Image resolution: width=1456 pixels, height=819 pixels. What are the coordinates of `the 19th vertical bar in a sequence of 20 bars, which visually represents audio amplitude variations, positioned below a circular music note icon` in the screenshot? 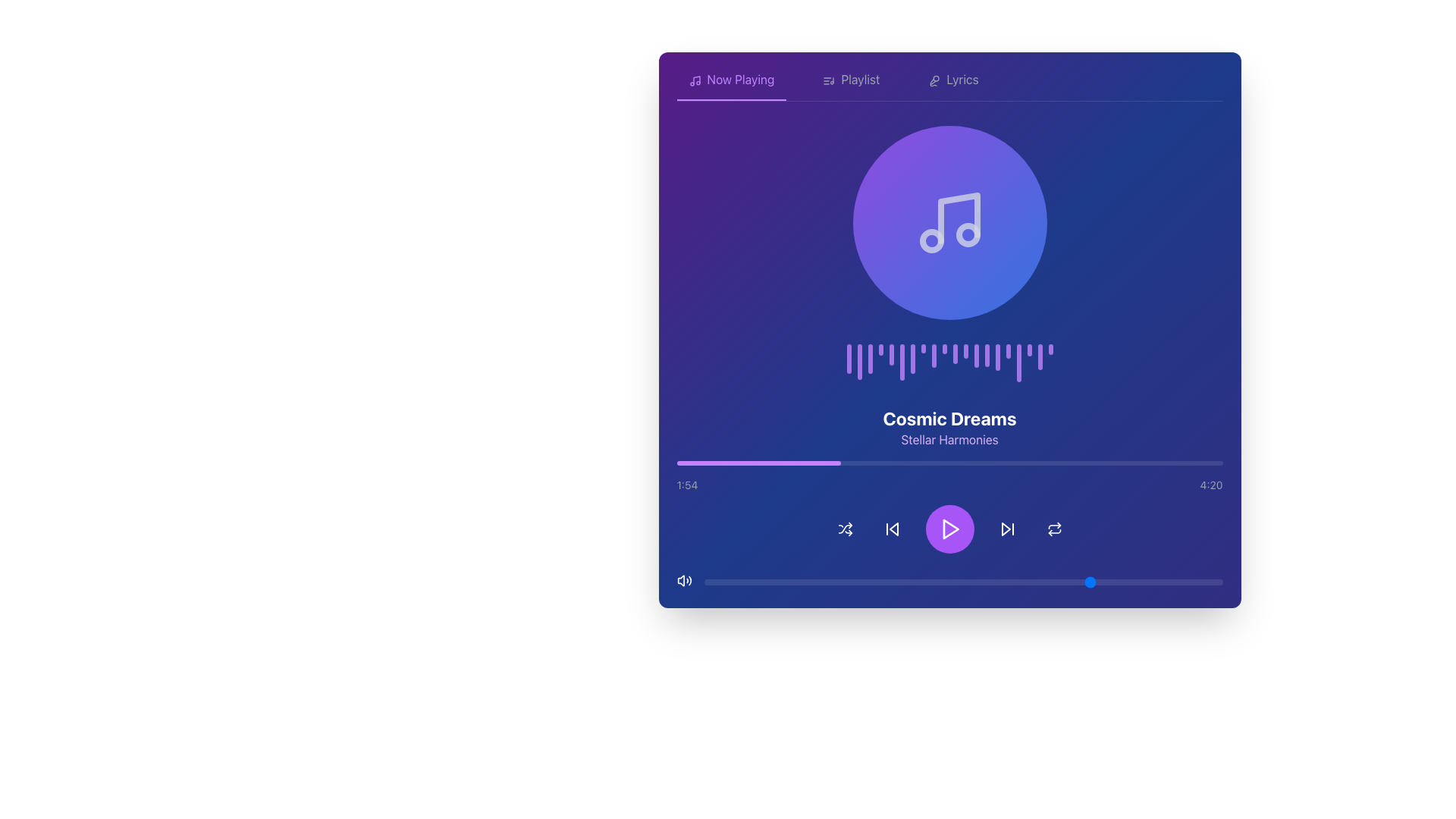 It's located at (1039, 356).